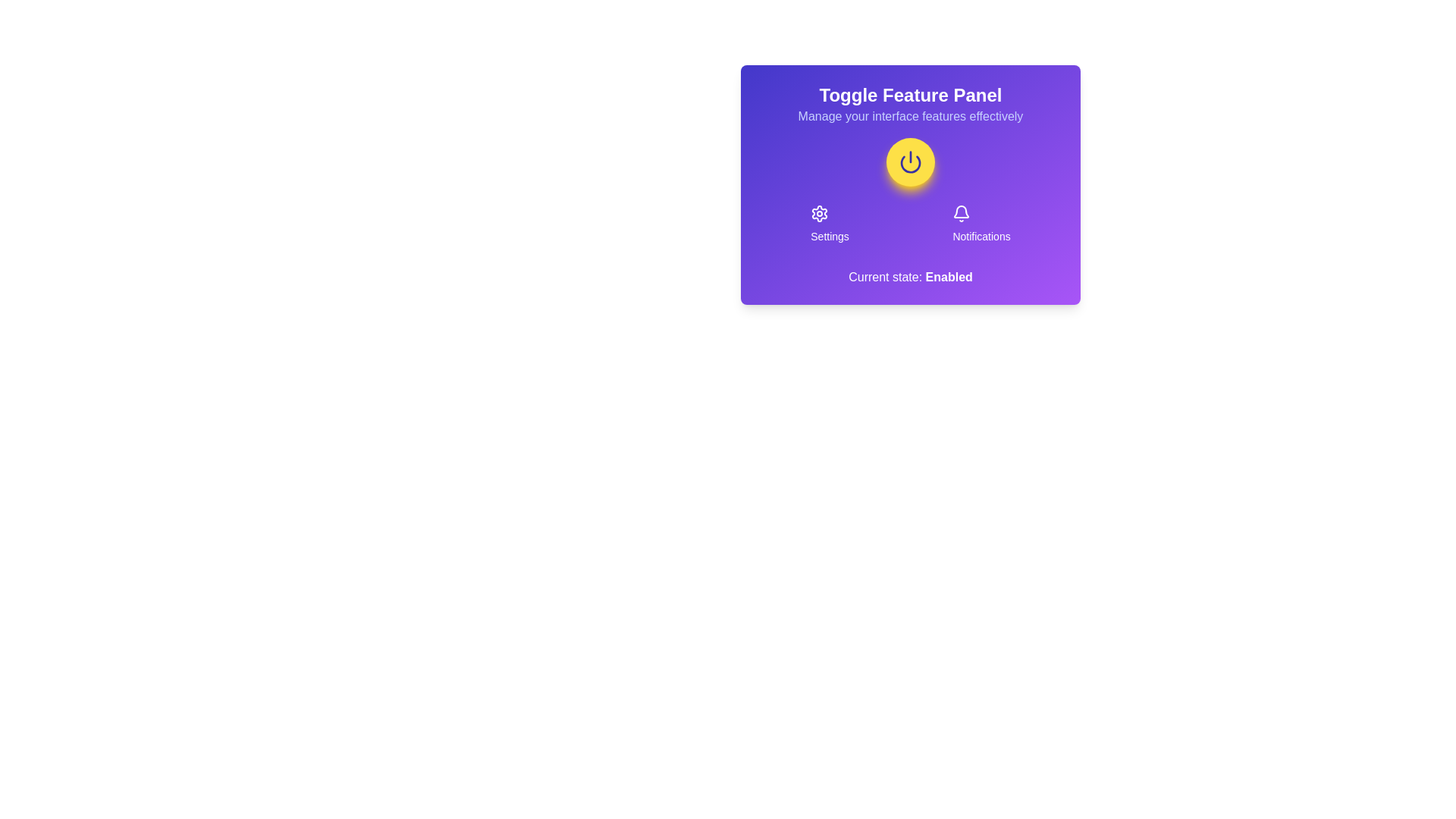 This screenshot has height=819, width=1456. Describe the element at coordinates (948, 277) in the screenshot. I see `the 'Enabled' text label, which is styled in bold white font on a purple background, located at the bottom-center of the panel within the text string 'Current state: Enabled'` at that location.